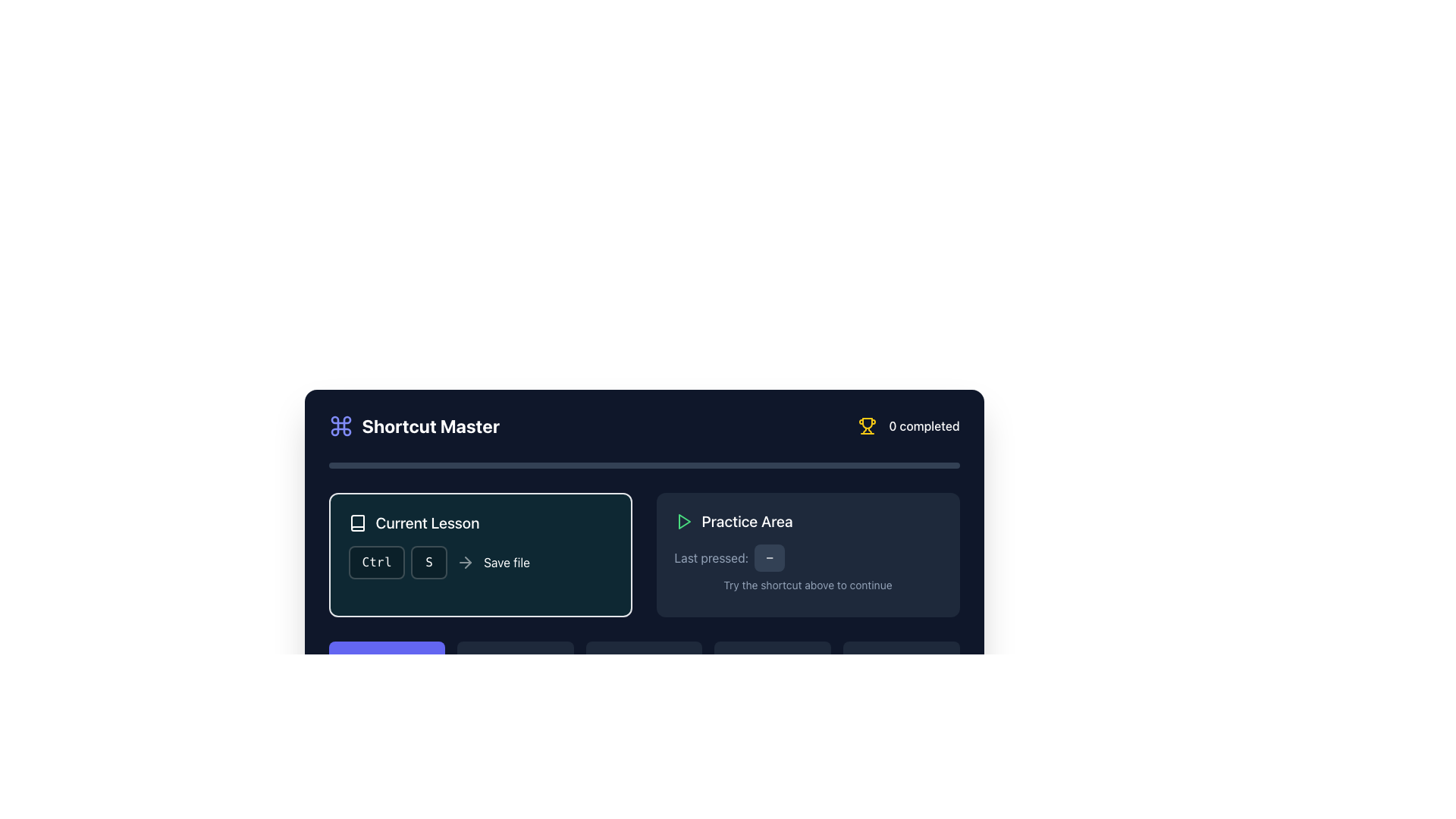 The image size is (1456, 819). I want to click on the triangular play button icon located in the 'Practice Area' section of the application interface, so click(683, 520).